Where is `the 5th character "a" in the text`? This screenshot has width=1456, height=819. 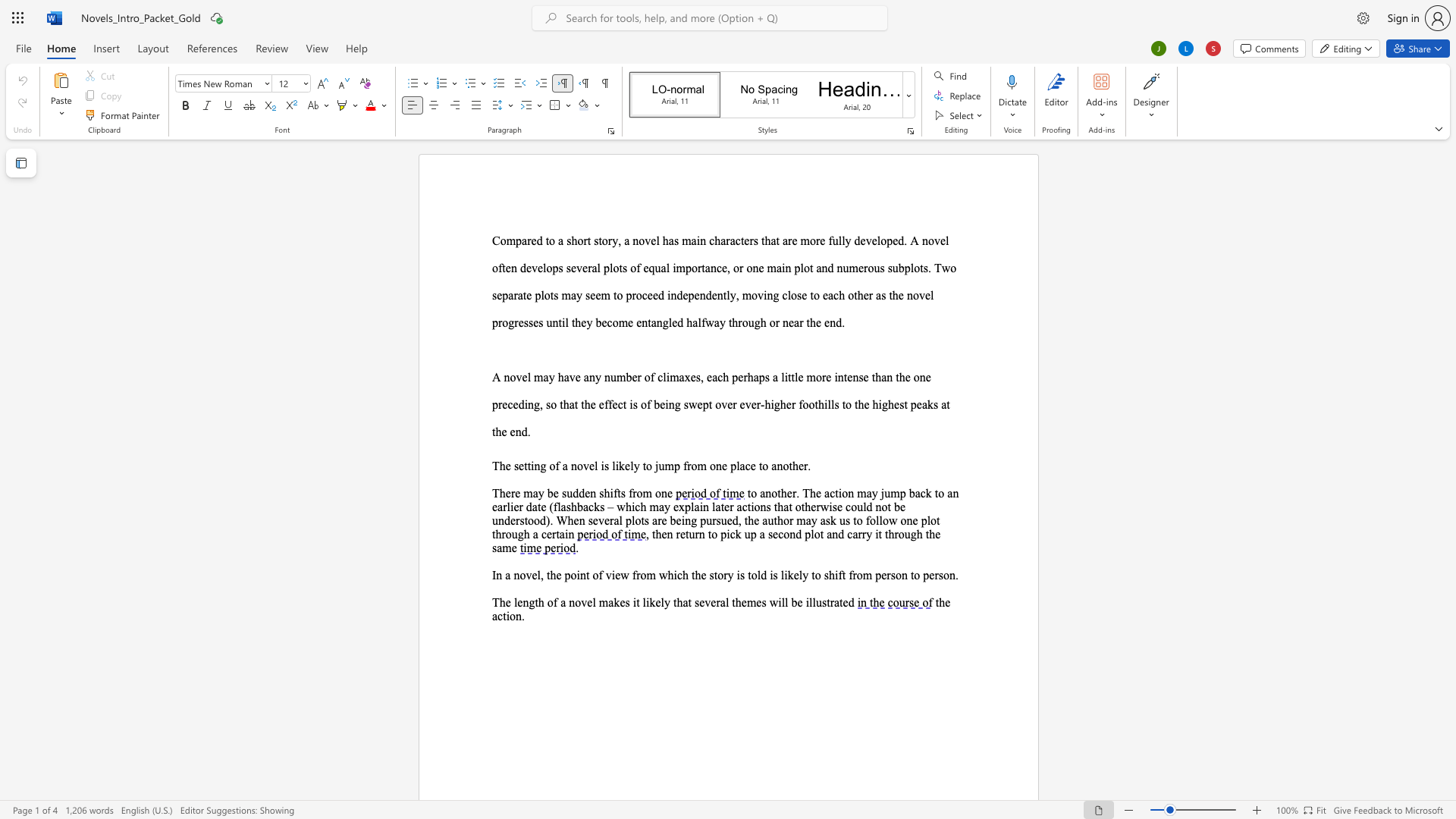 the 5th character "a" in the text is located at coordinates (714, 376).